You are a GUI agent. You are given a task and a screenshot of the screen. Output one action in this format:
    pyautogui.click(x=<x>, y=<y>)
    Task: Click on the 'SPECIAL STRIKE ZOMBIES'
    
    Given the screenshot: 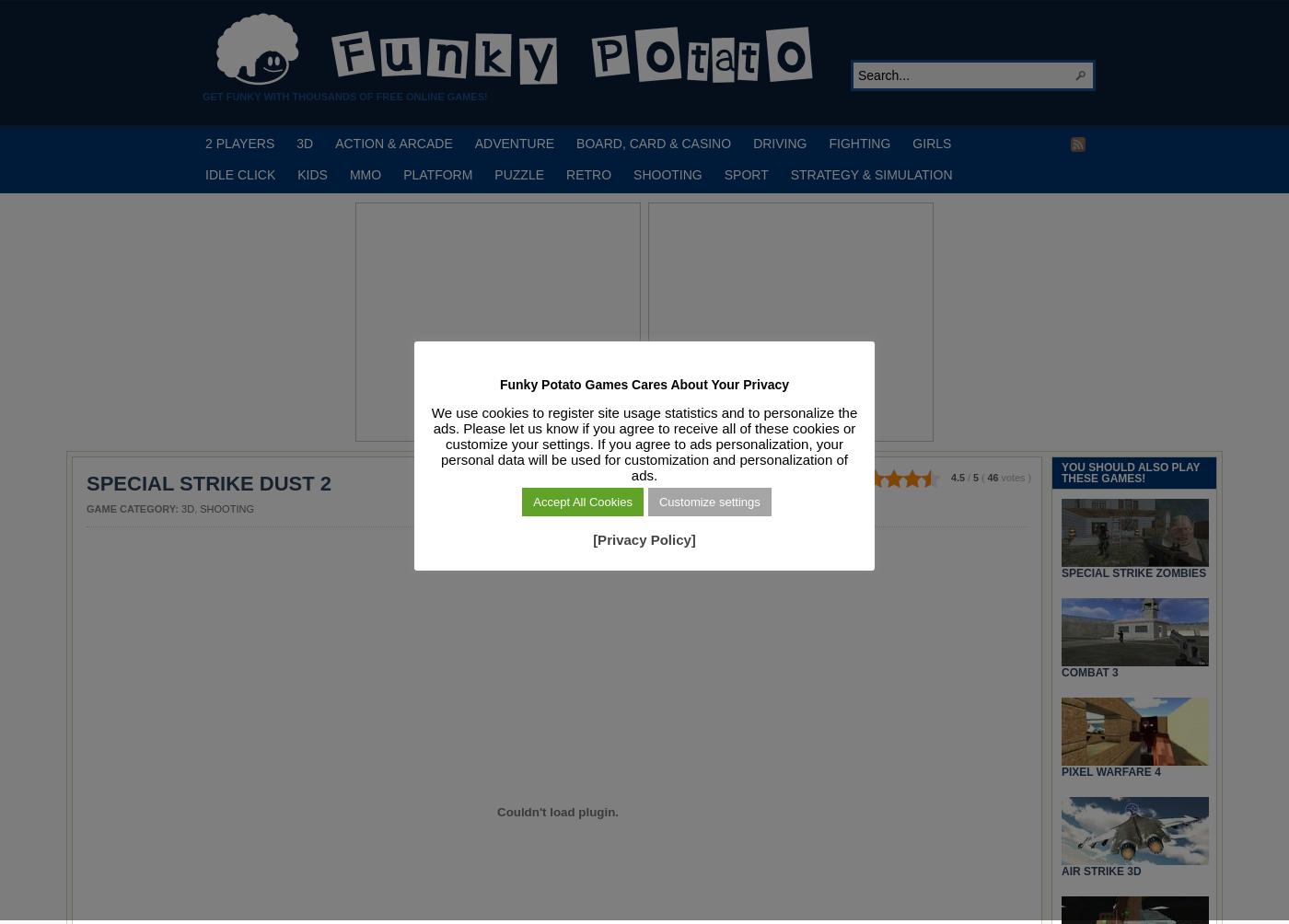 What is the action you would take?
    pyautogui.click(x=1133, y=572)
    